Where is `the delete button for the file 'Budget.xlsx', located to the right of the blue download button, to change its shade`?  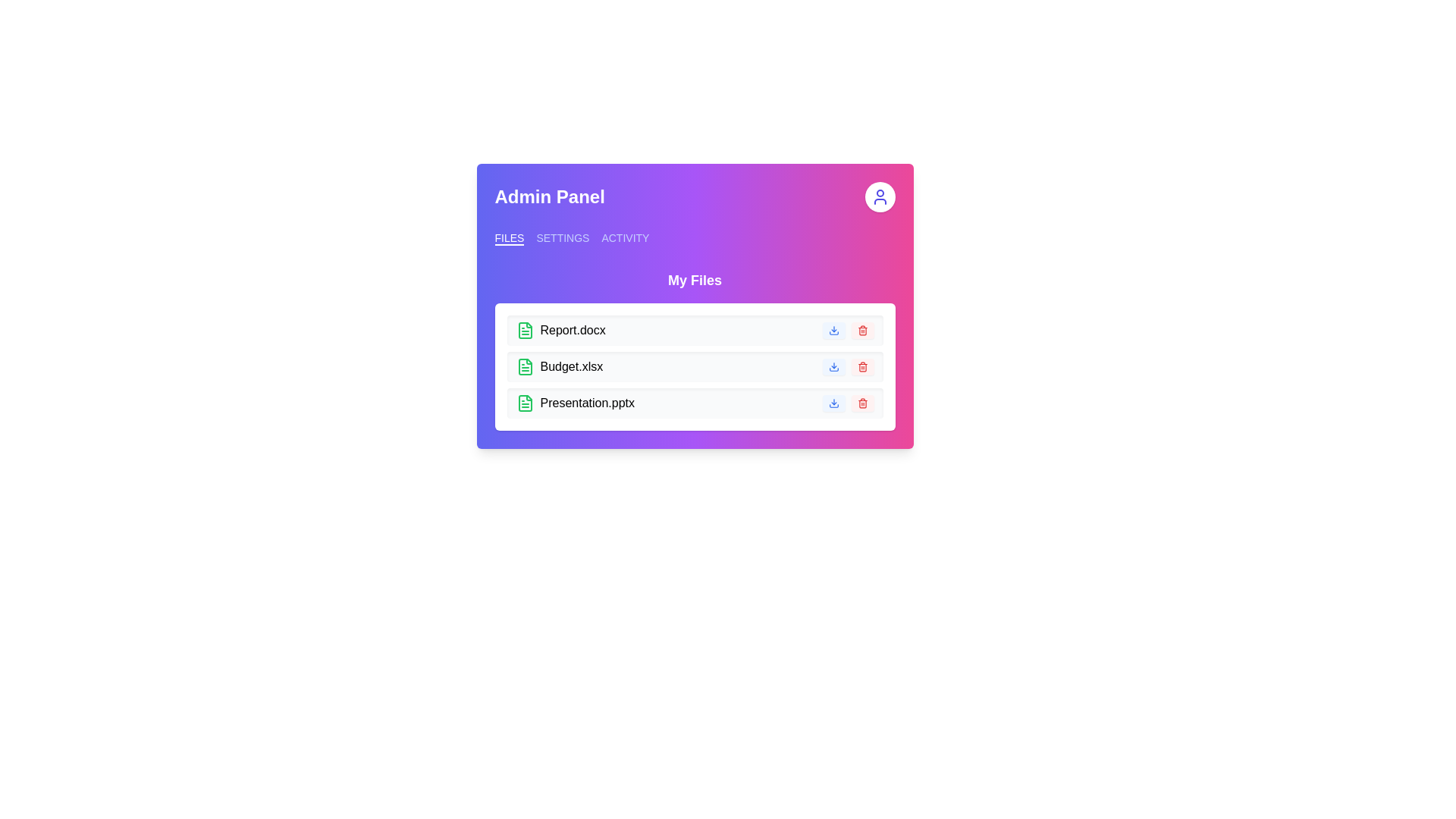
the delete button for the file 'Budget.xlsx', located to the right of the blue download button, to change its shade is located at coordinates (862, 366).